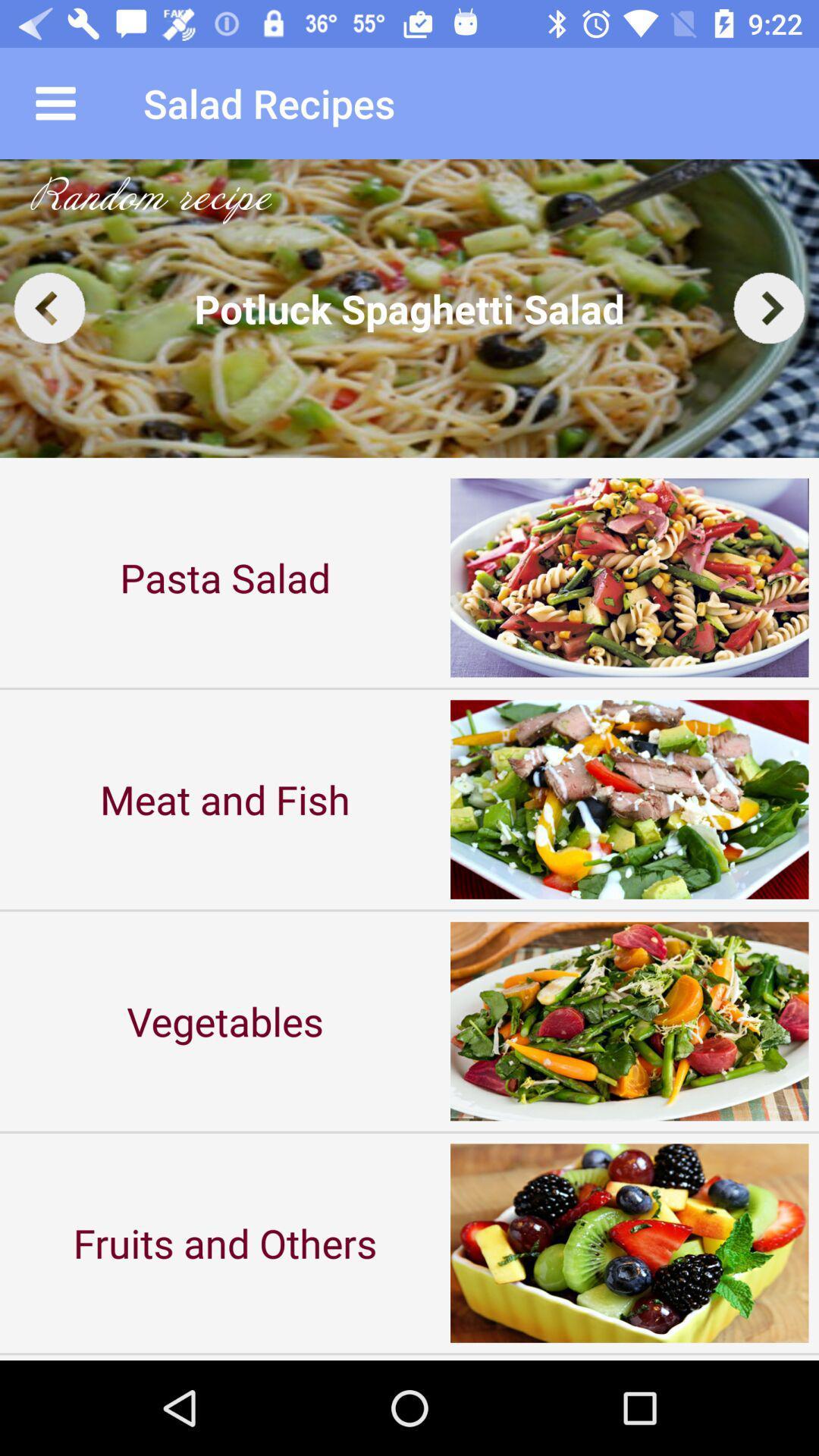 The width and height of the screenshot is (819, 1456). What do you see at coordinates (225, 799) in the screenshot?
I see `icon above vegetables` at bounding box center [225, 799].